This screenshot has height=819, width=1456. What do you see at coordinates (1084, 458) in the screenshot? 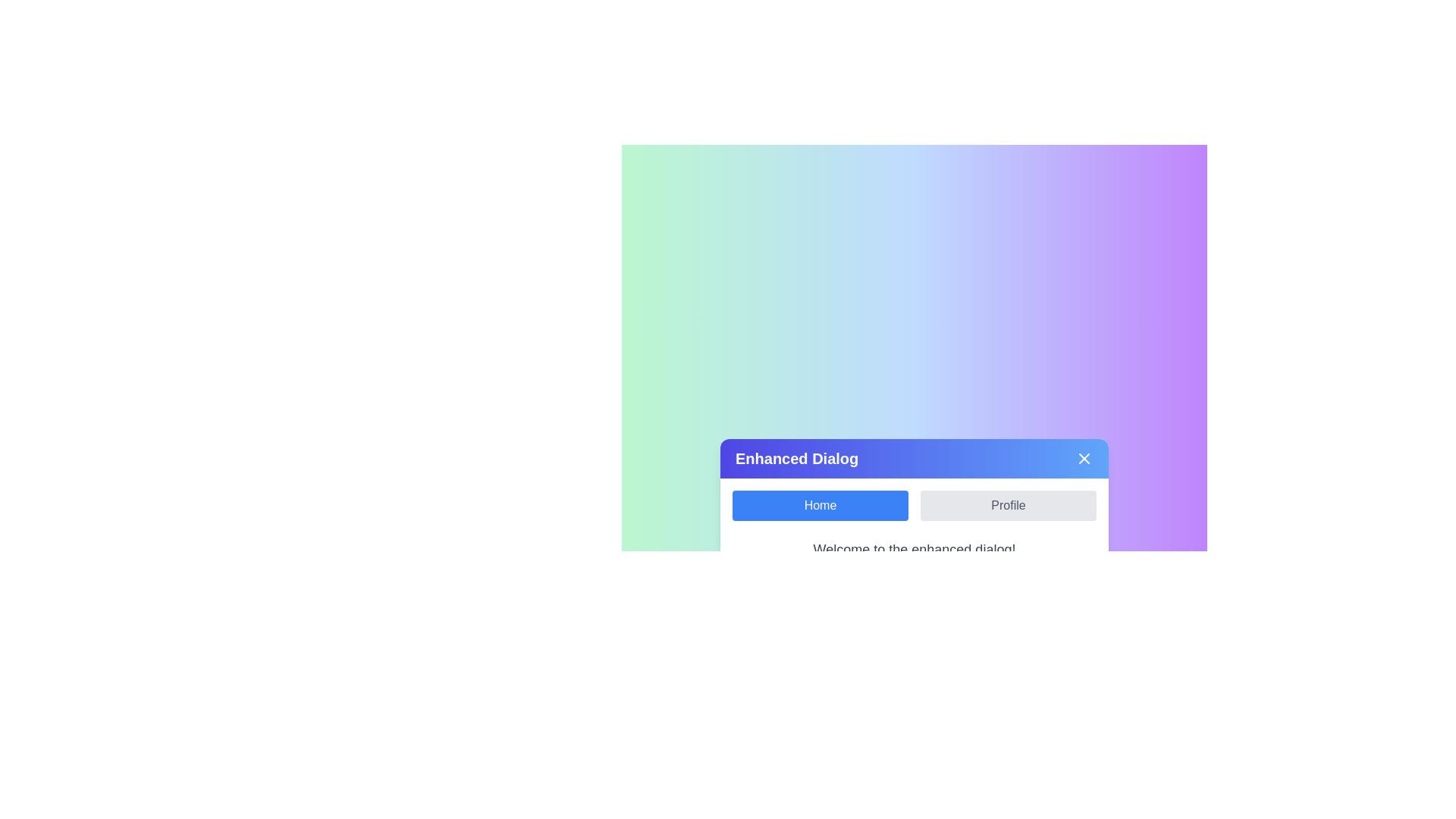
I see `the close button represented by an 'X' icon in the top-right corner of the 'Enhanced Dialog' dialog box` at bounding box center [1084, 458].